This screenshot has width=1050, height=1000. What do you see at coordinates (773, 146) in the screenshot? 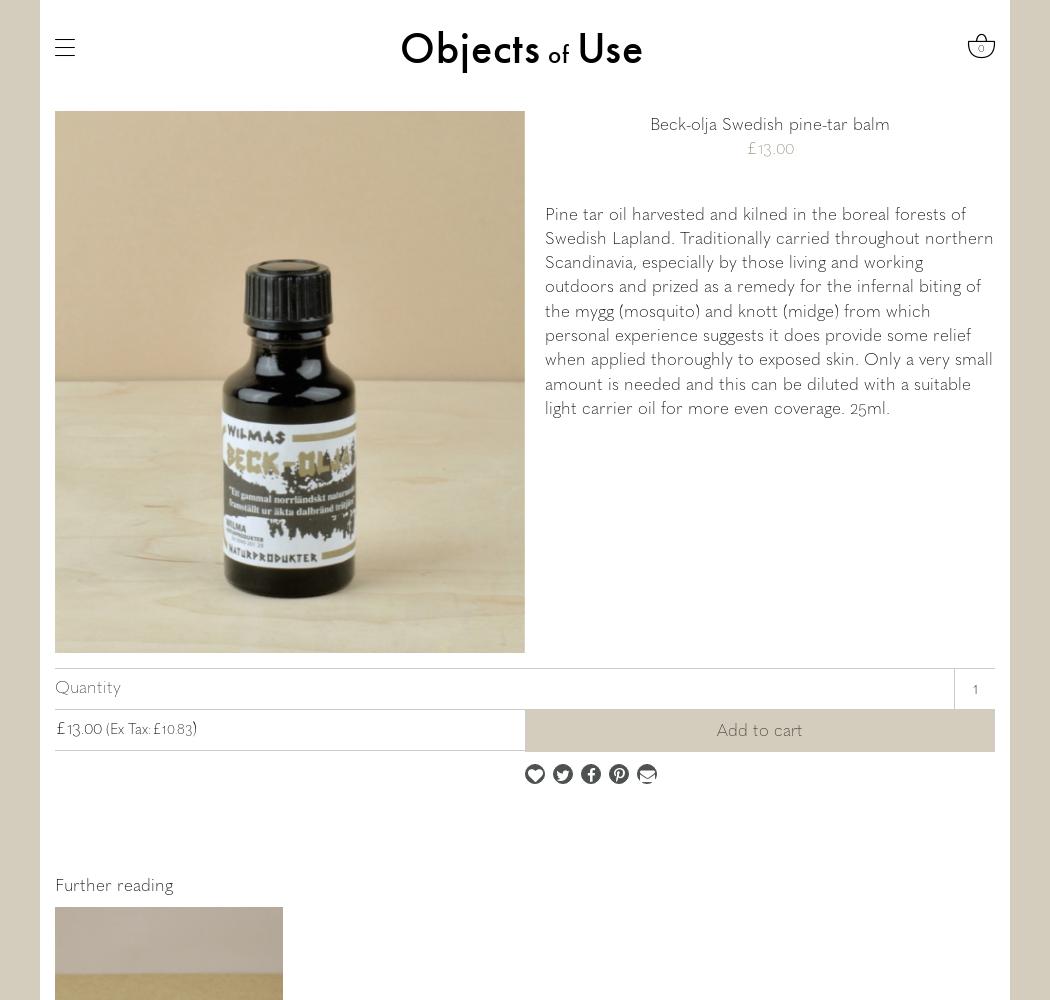
I see `'.'` at bounding box center [773, 146].